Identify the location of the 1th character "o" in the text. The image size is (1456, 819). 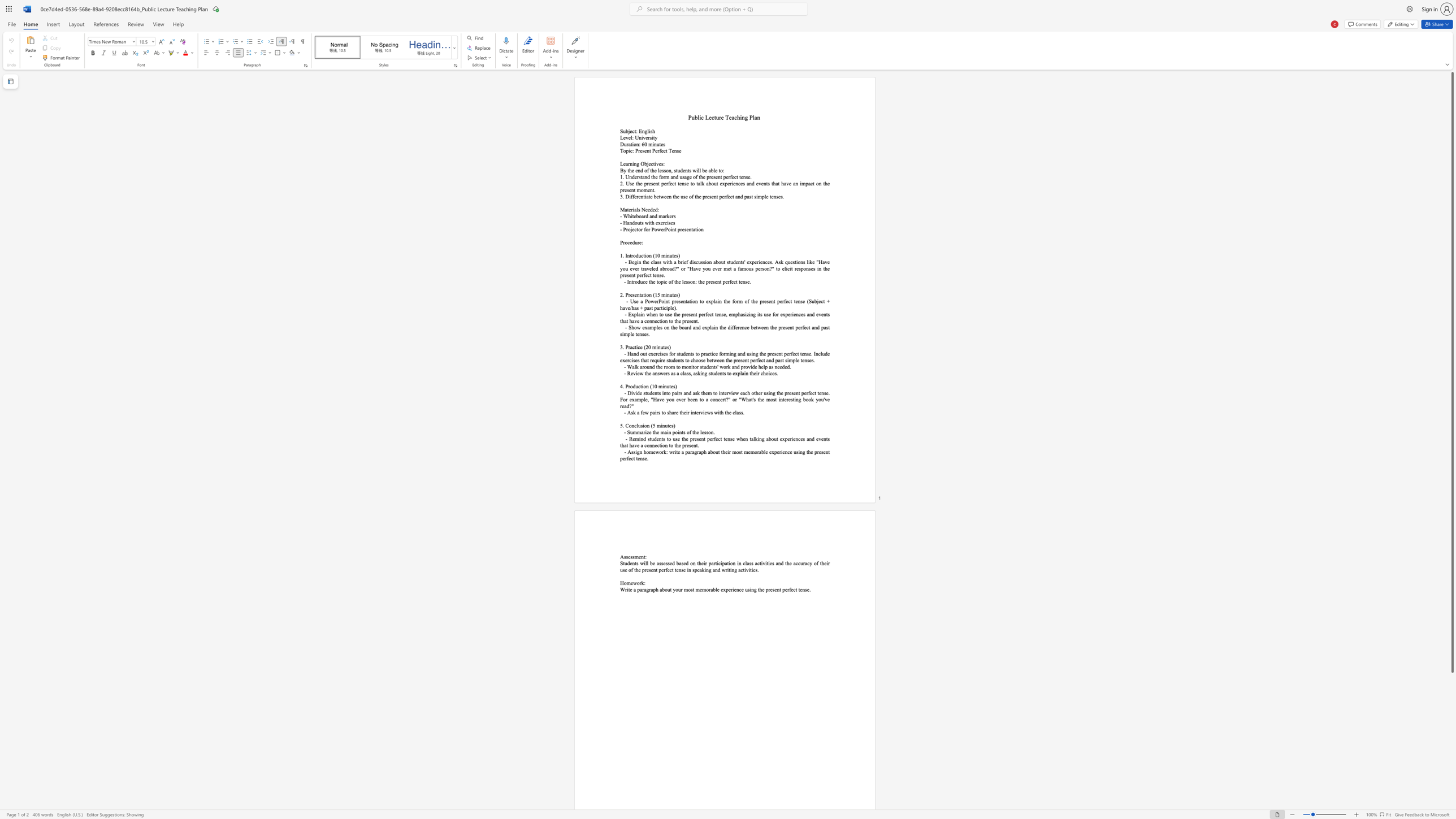
(631, 385).